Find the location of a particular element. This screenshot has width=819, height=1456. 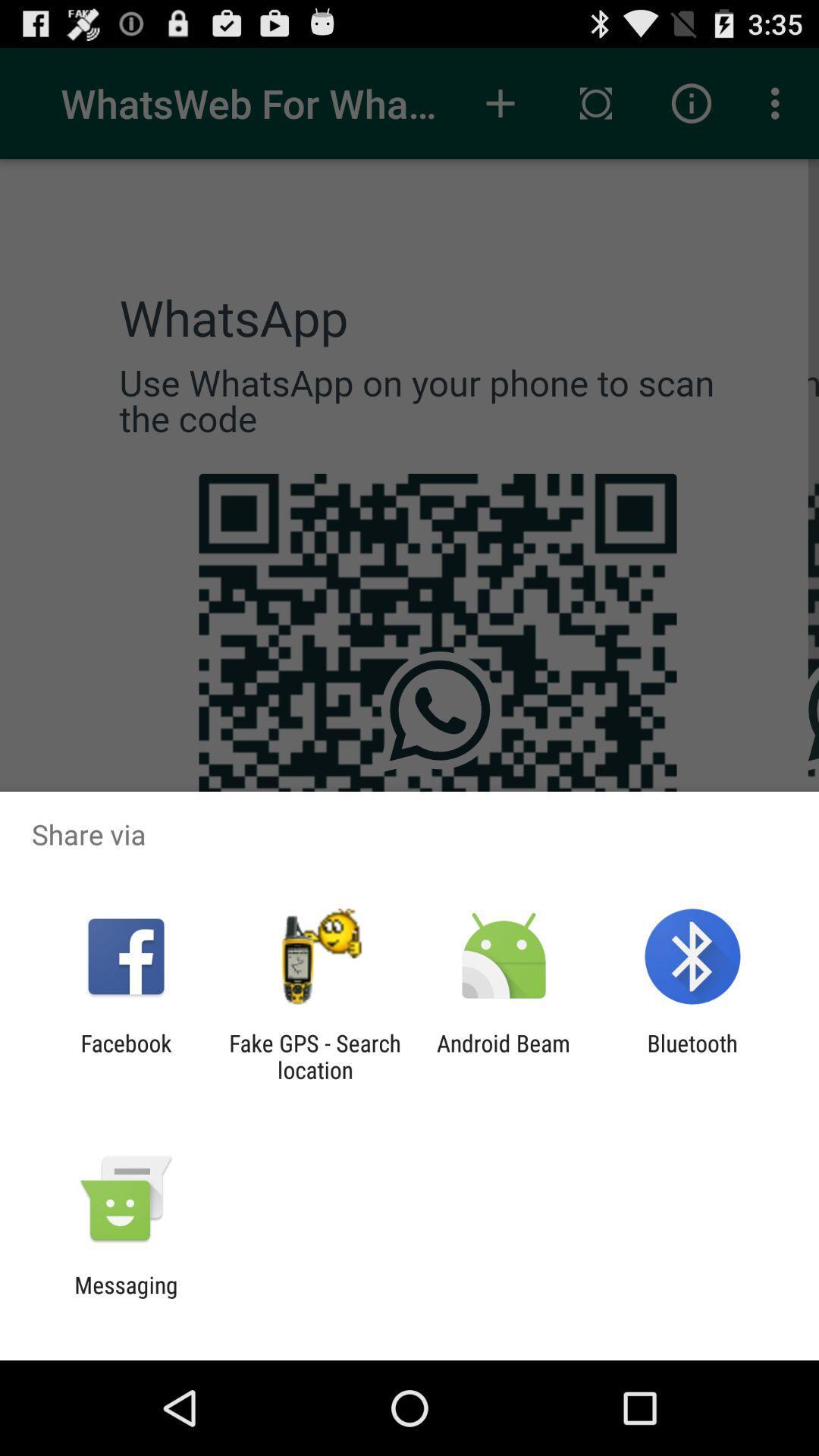

app to the right of the fake gps search app is located at coordinates (504, 1056).